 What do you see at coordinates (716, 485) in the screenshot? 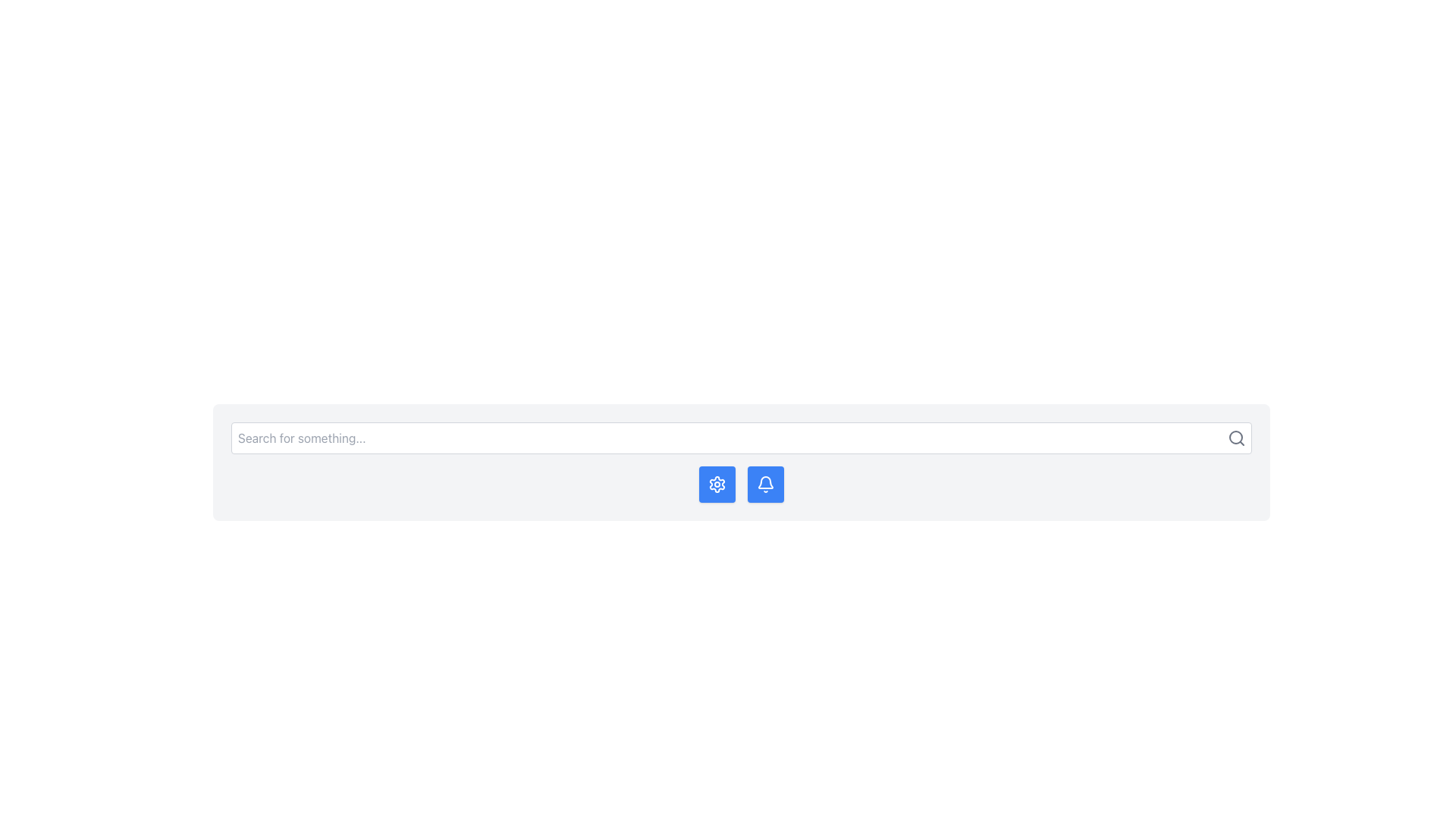
I see `the gear-shaped settings button with a blue background and white strokes` at bounding box center [716, 485].